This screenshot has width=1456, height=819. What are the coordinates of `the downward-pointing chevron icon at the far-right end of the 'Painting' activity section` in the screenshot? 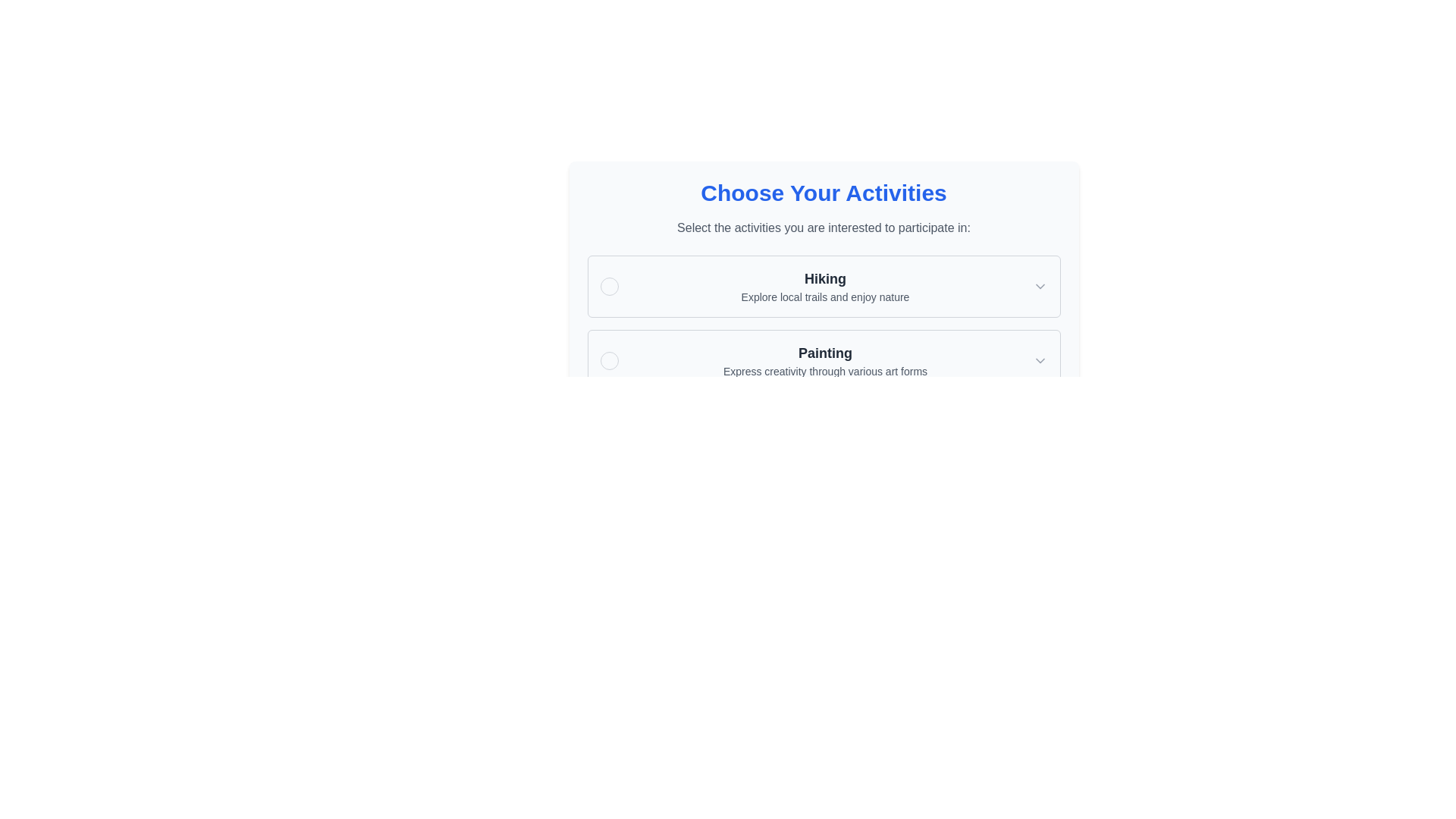 It's located at (1039, 360).